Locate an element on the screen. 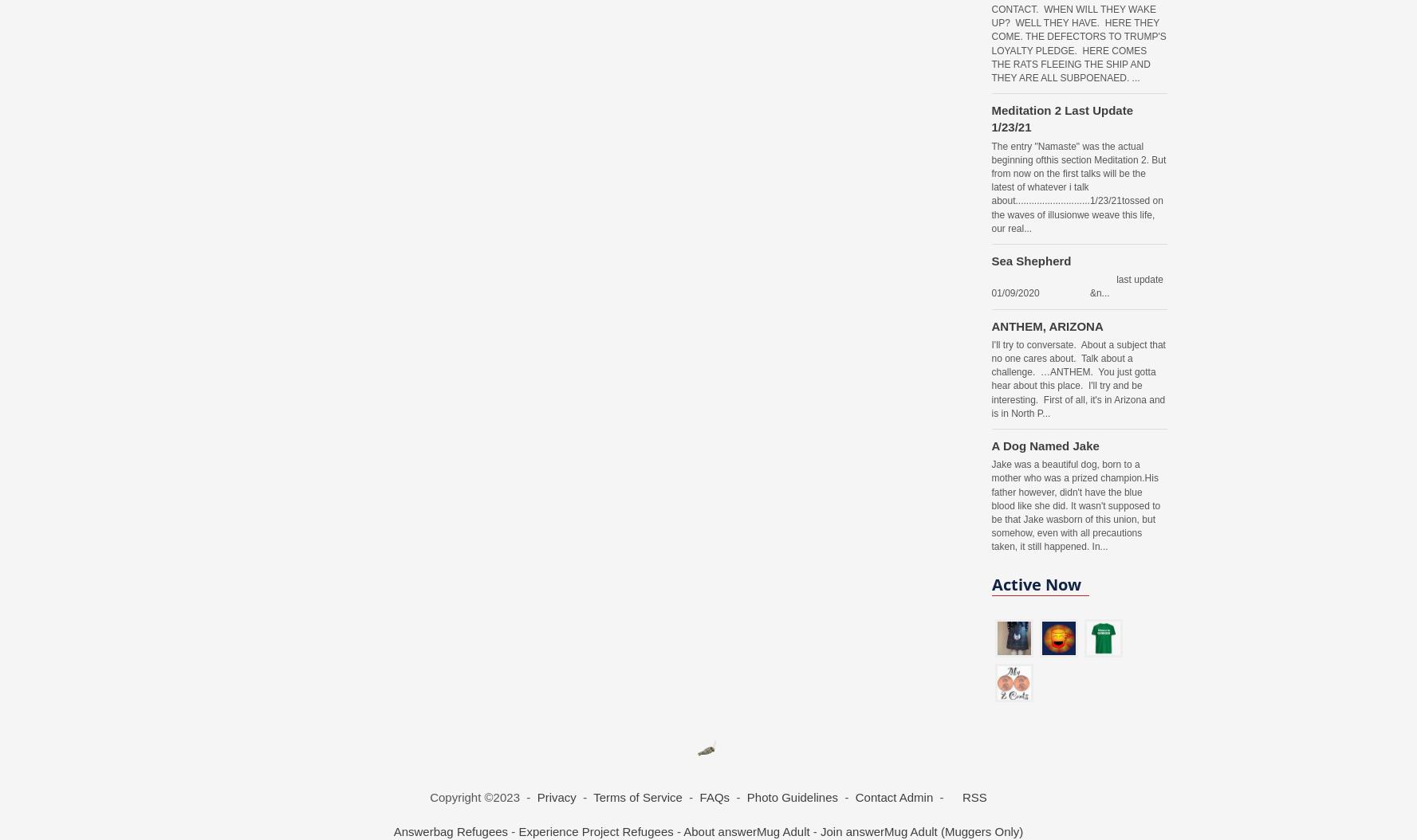 This screenshot has height=840, width=1417. 'I'll try to conversate.  About a subject that no one cares about.  Talk about a challenge.  …ANTHEM.  You just gotta hear about this place.  I'll try and be interesting.  First of all, it's in Arizona and is in North P...' is located at coordinates (1077, 378).